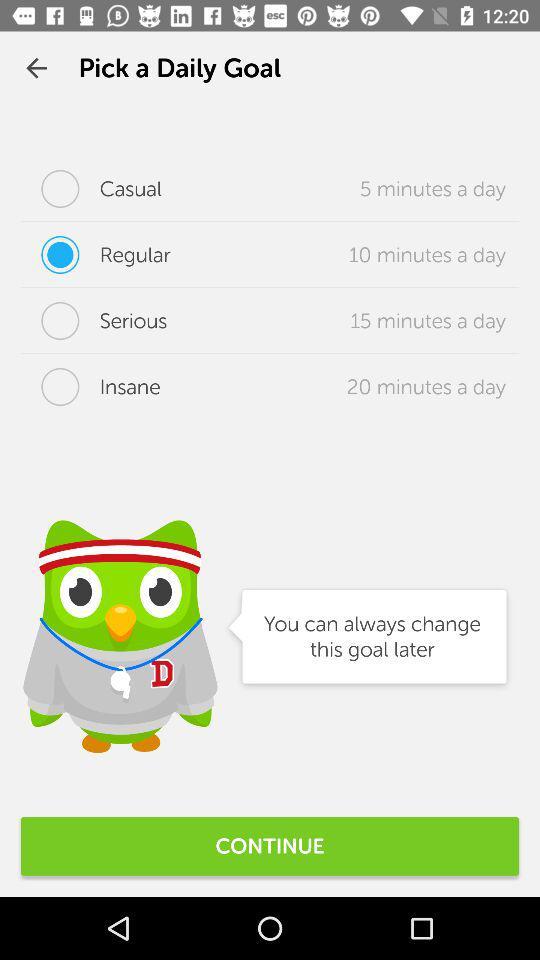 The width and height of the screenshot is (540, 960). What do you see at coordinates (93, 321) in the screenshot?
I see `icon below regular` at bounding box center [93, 321].